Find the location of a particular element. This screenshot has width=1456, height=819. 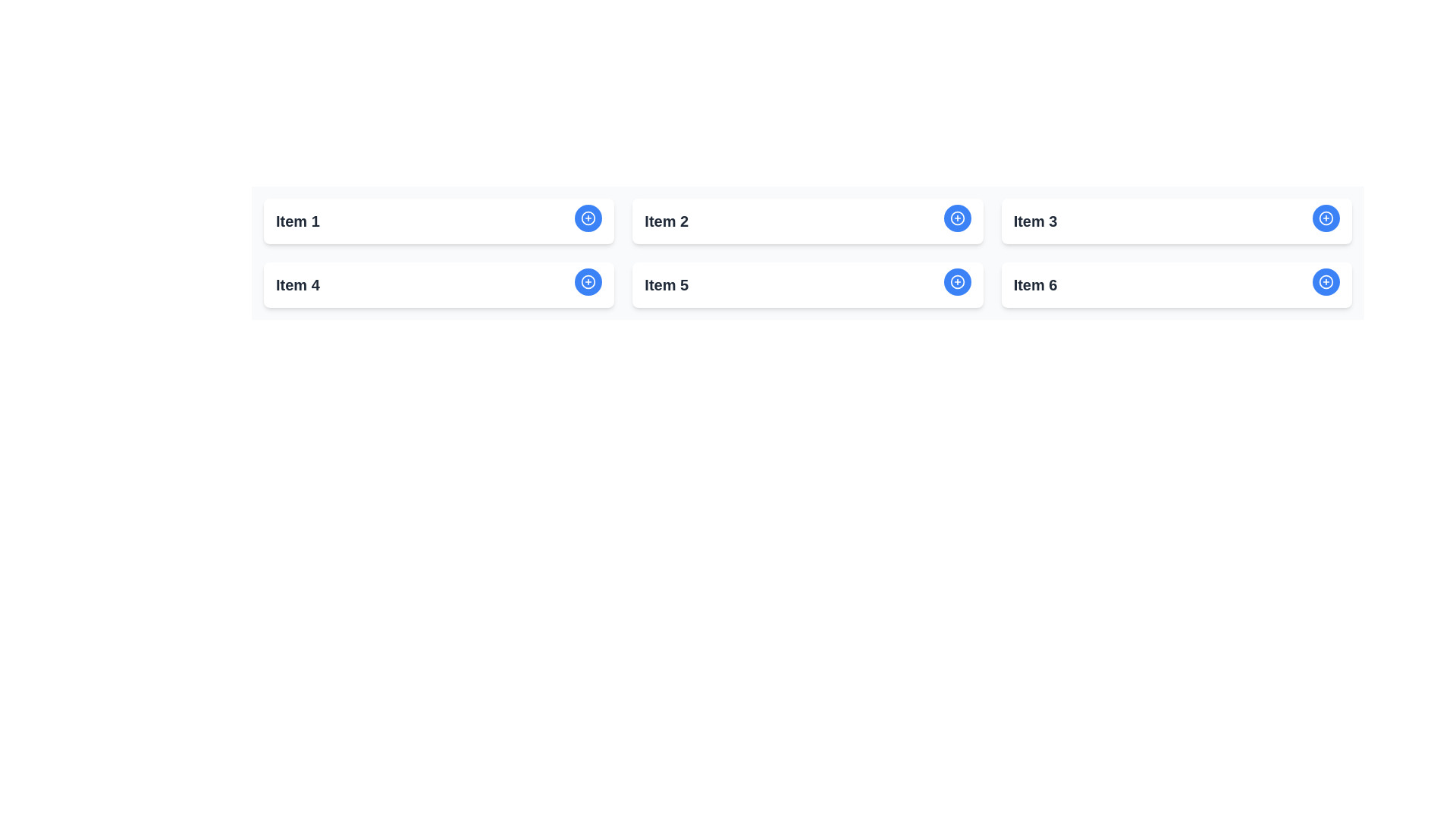

the informational static text element located centrally in the second row of the grid, positioned below 'Item 2' and to the left of 'Item 6' is located at coordinates (667, 284).